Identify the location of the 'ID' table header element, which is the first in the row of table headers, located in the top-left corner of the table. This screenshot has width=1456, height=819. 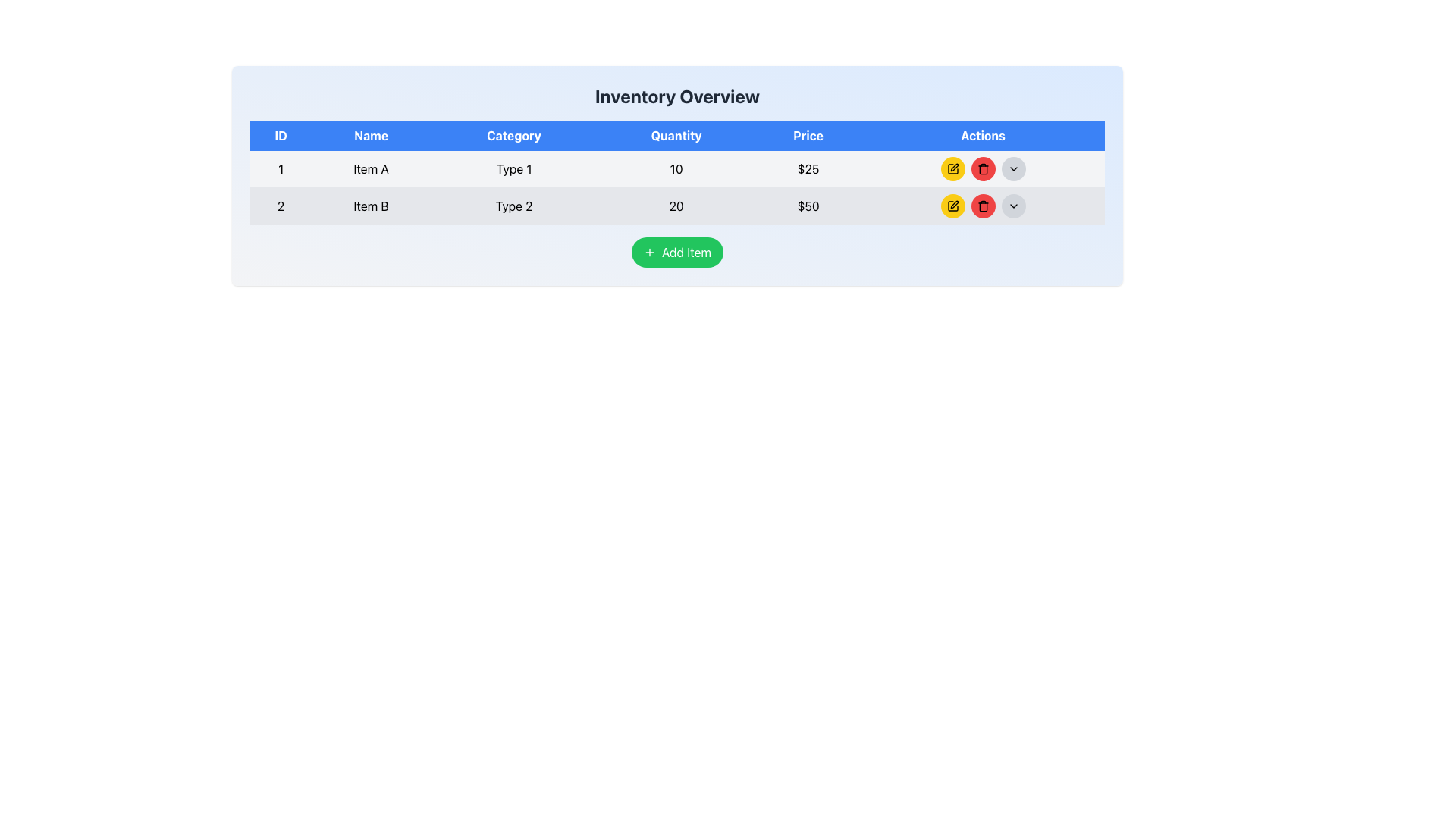
(281, 134).